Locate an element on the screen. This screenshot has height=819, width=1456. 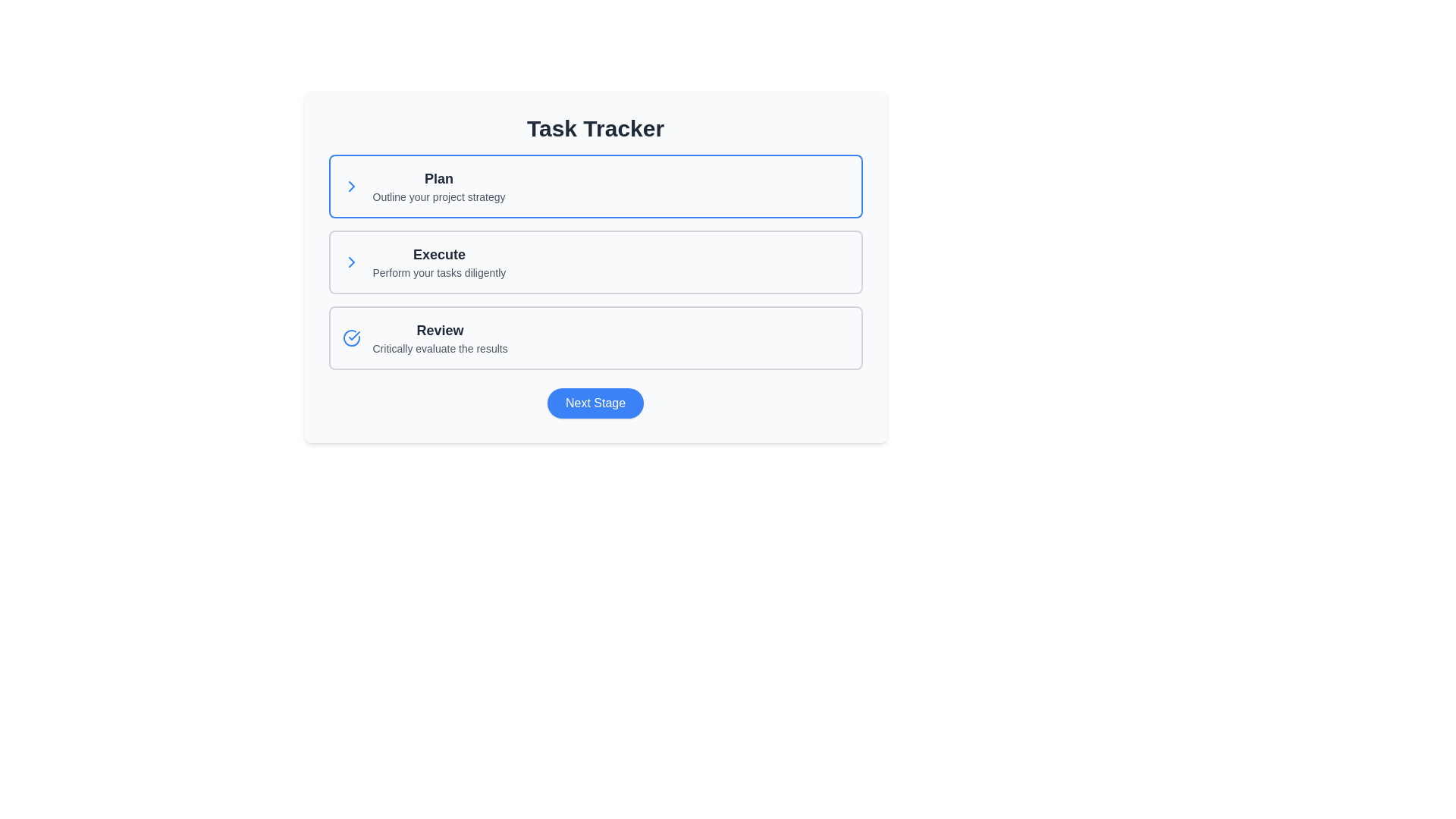
the header text content for the 'Plan' section located in the top card of the Task Tracker, which is positioned next to the blue arrow icon is located at coordinates (438, 186).